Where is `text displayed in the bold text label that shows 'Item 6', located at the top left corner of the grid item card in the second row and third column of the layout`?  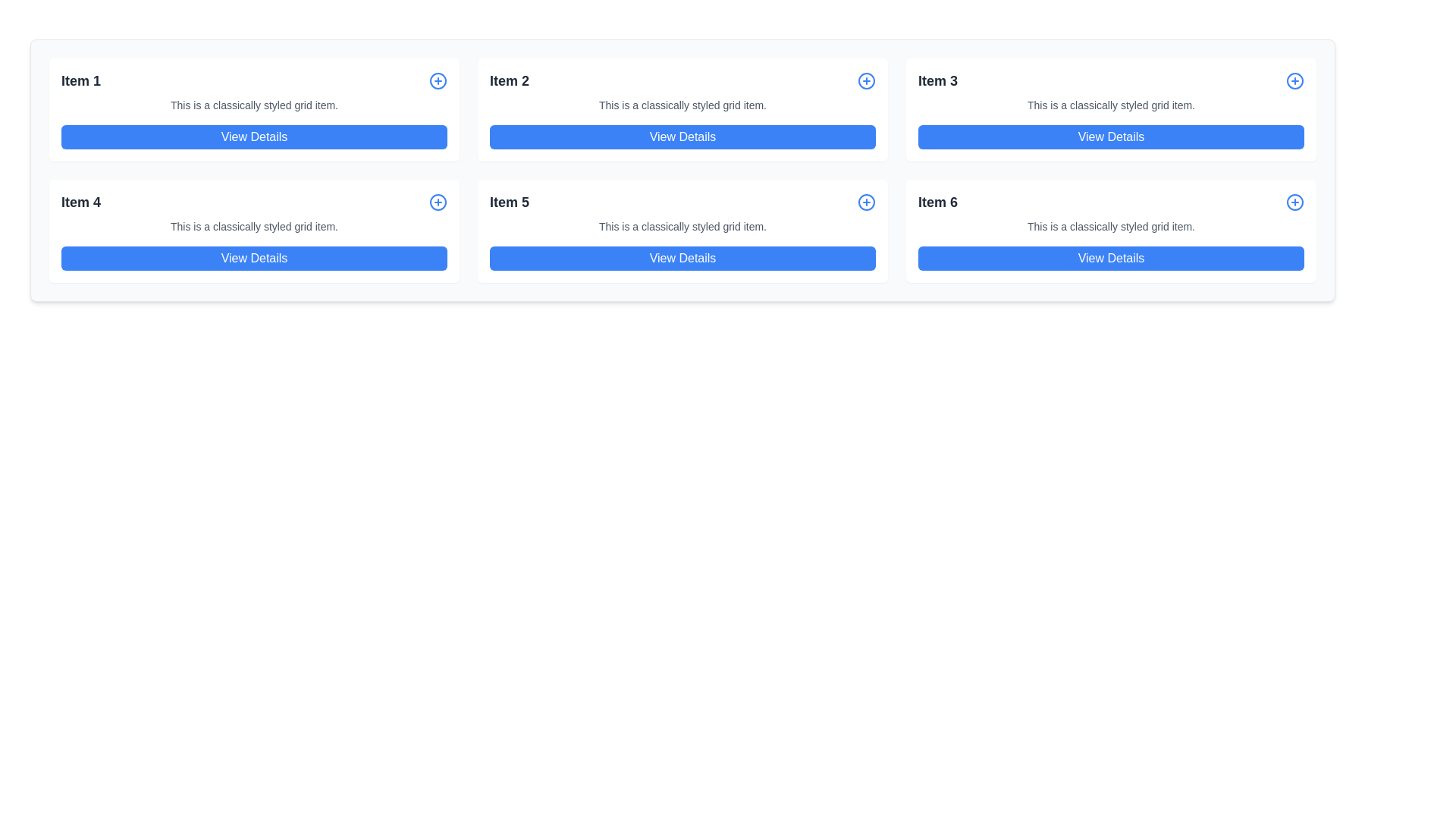
text displayed in the bold text label that shows 'Item 6', located at the top left corner of the grid item card in the second row and third column of the layout is located at coordinates (937, 201).